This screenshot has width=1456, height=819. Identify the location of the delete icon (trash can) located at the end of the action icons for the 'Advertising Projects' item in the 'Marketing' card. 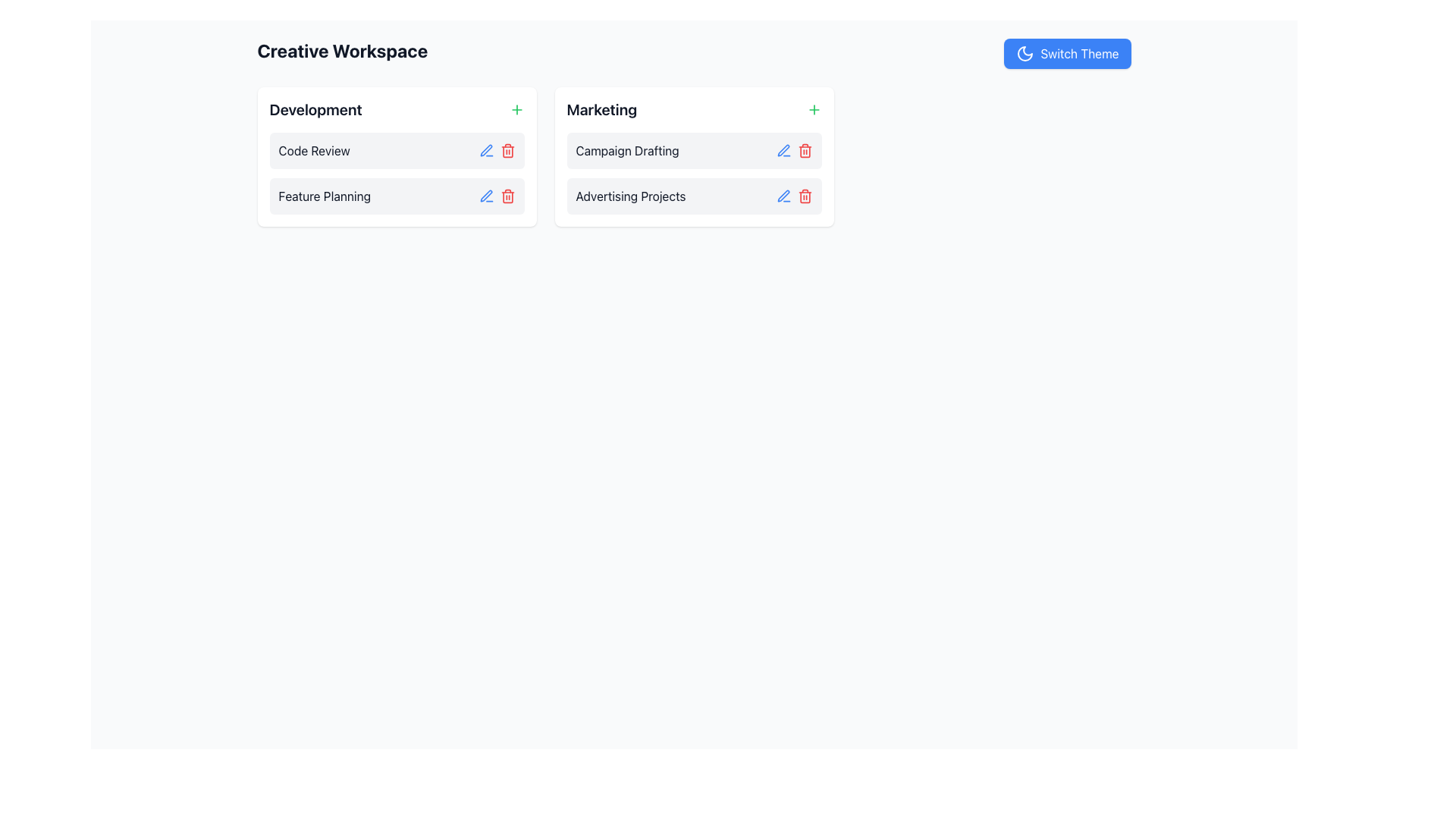
(804, 195).